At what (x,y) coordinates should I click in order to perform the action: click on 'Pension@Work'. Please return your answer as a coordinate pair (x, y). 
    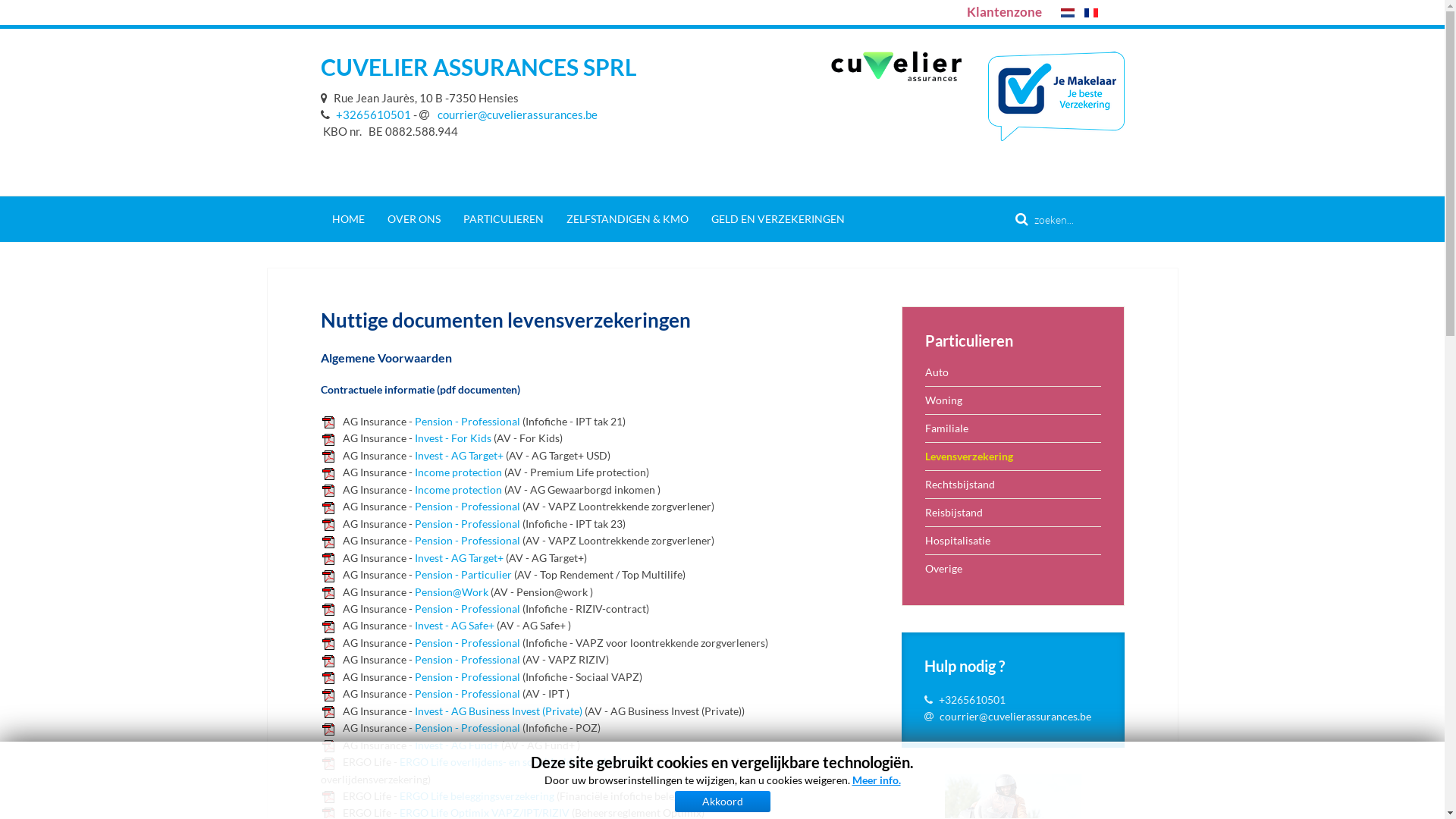
    Looking at the image, I should click on (450, 591).